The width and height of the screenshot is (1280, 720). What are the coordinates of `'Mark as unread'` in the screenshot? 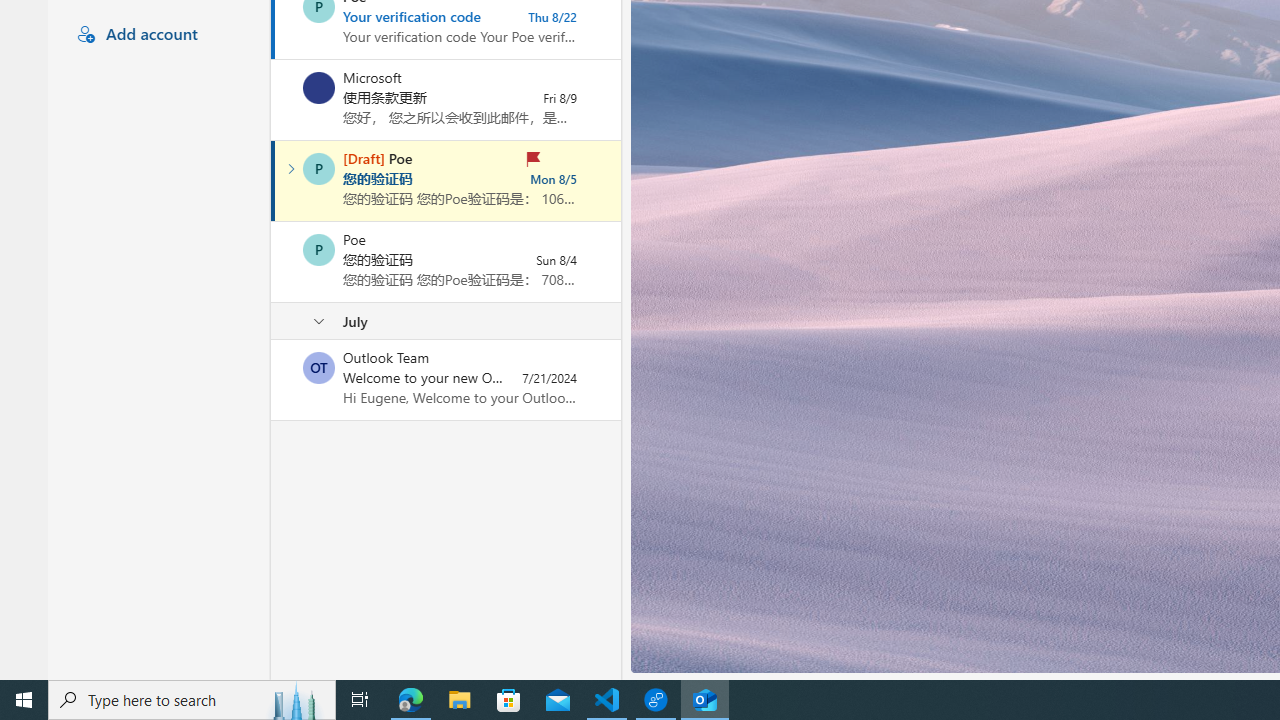 It's located at (272, 379).